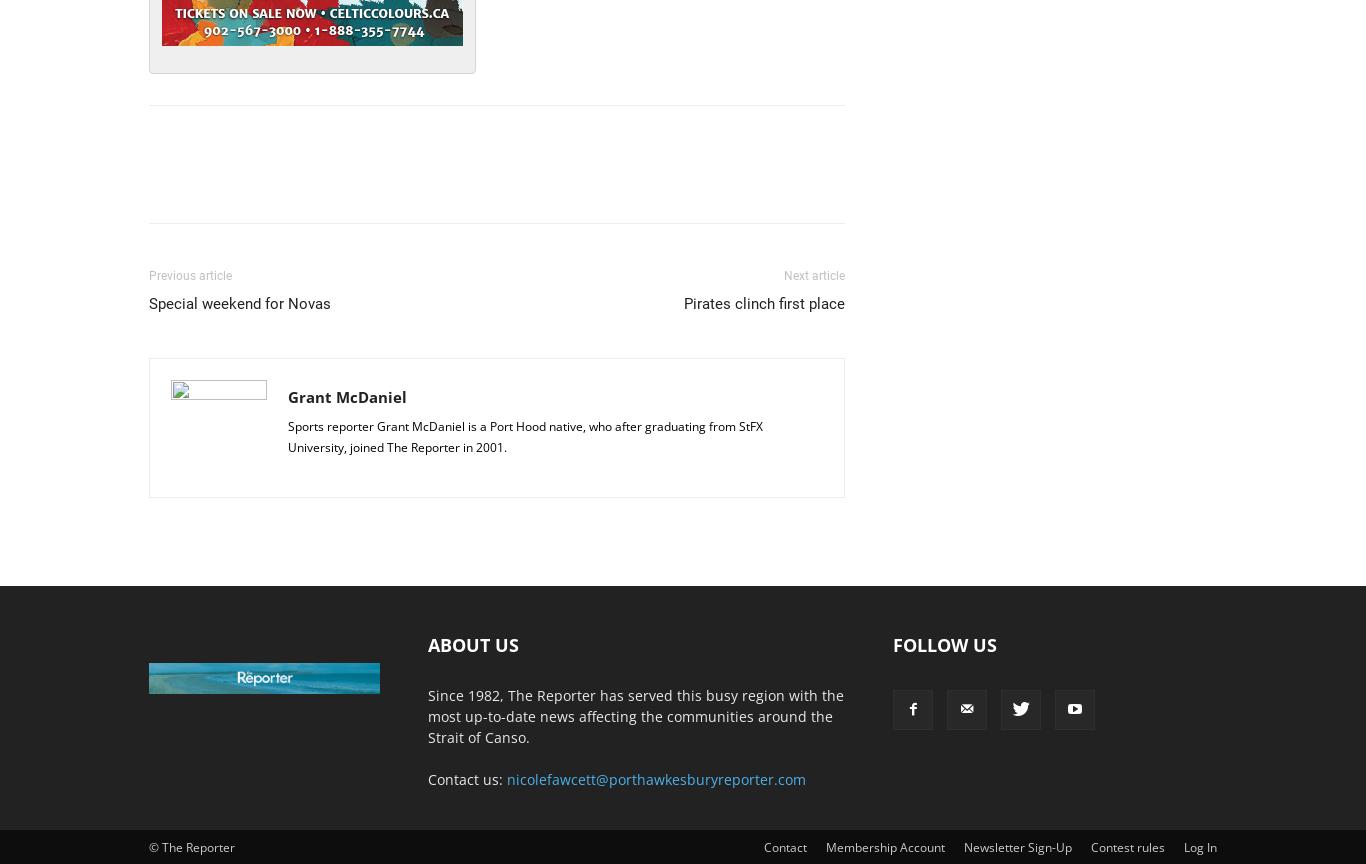 The image size is (1366, 864). I want to click on 'Previous article', so click(189, 275).